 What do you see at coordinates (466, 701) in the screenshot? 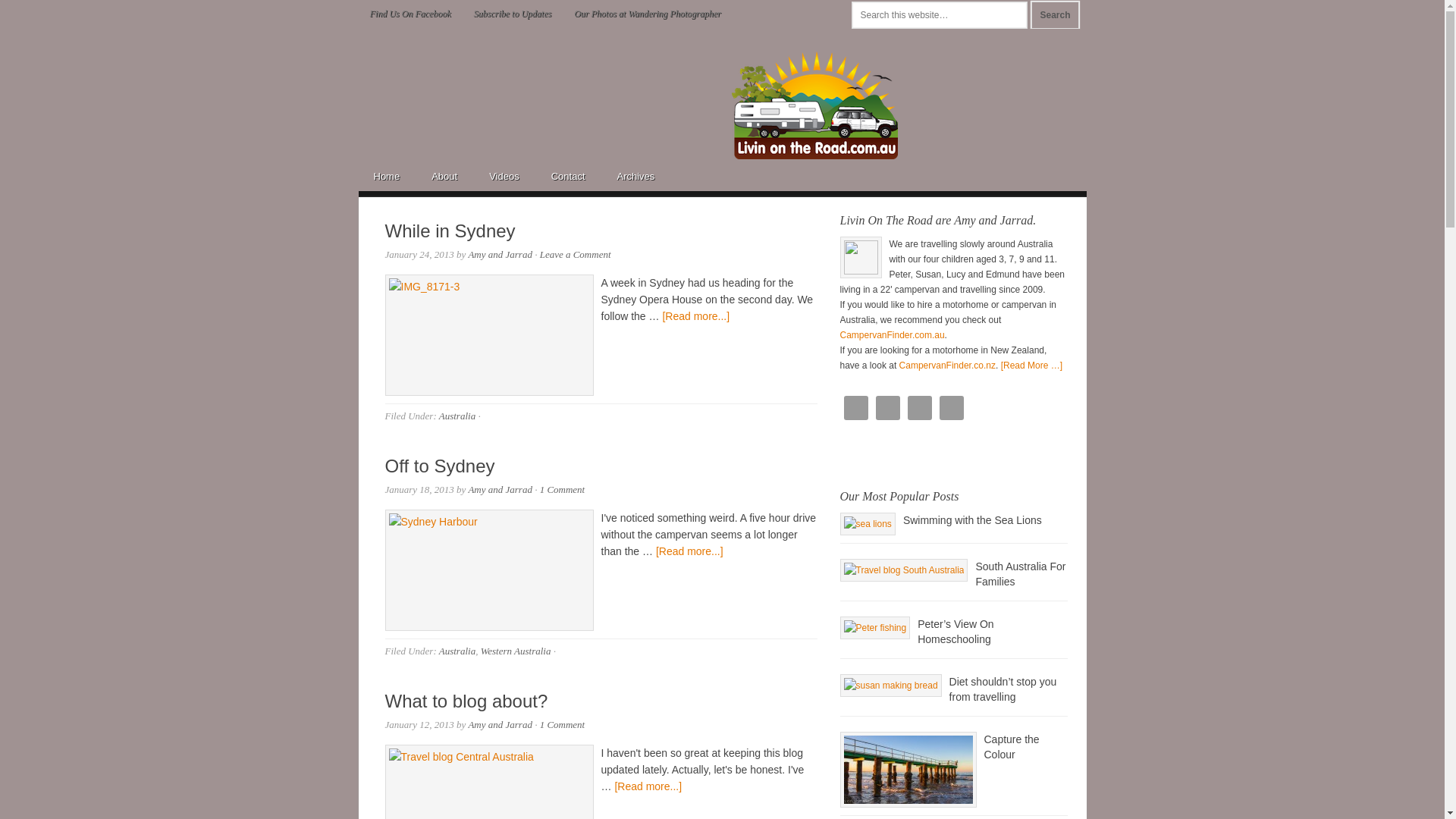
I see `'What to blog about?'` at bounding box center [466, 701].